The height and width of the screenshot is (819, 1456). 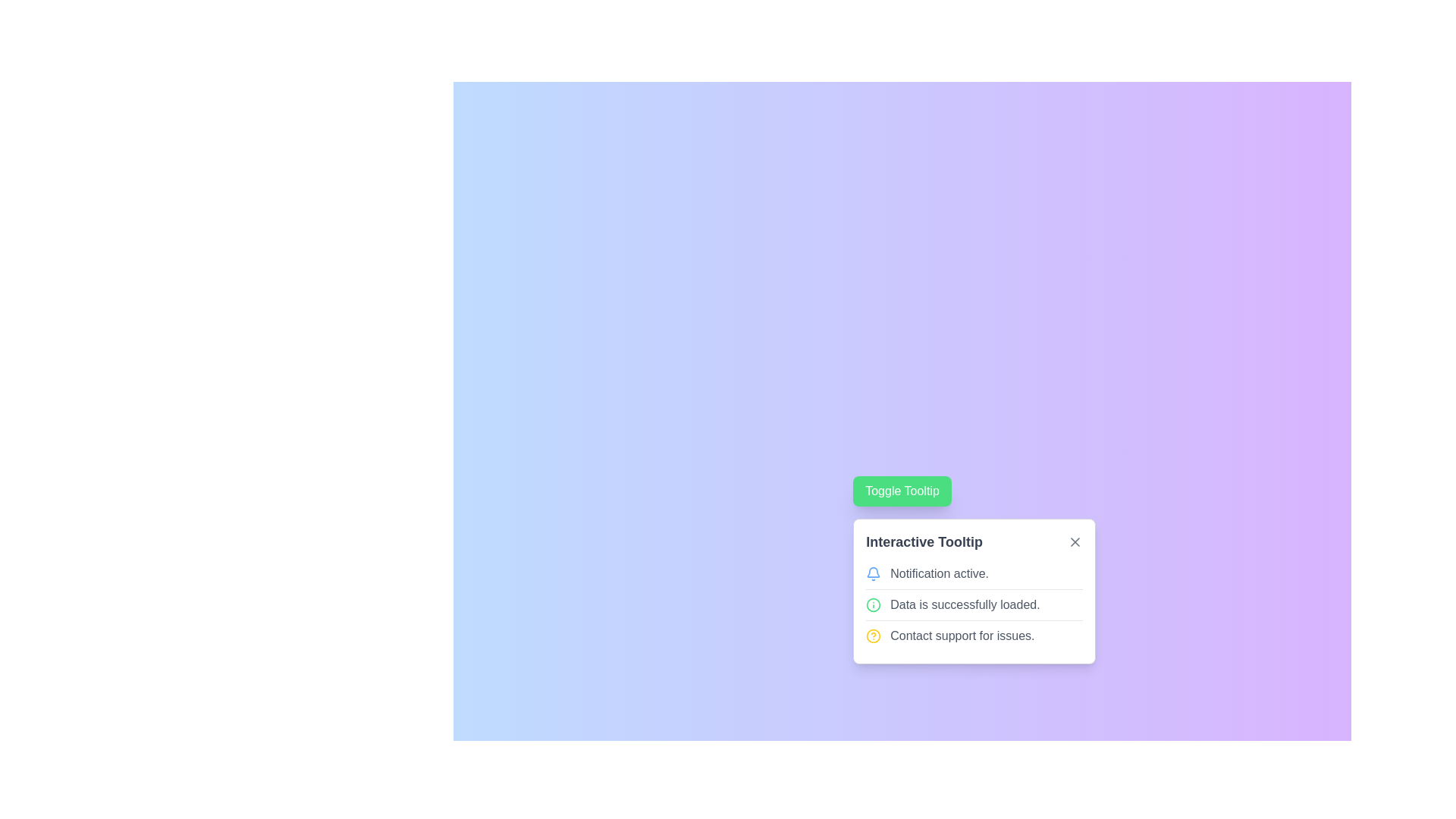 I want to click on the close icon button in the top-right corner of the 'Interactive Tooltip', so click(x=1075, y=541).